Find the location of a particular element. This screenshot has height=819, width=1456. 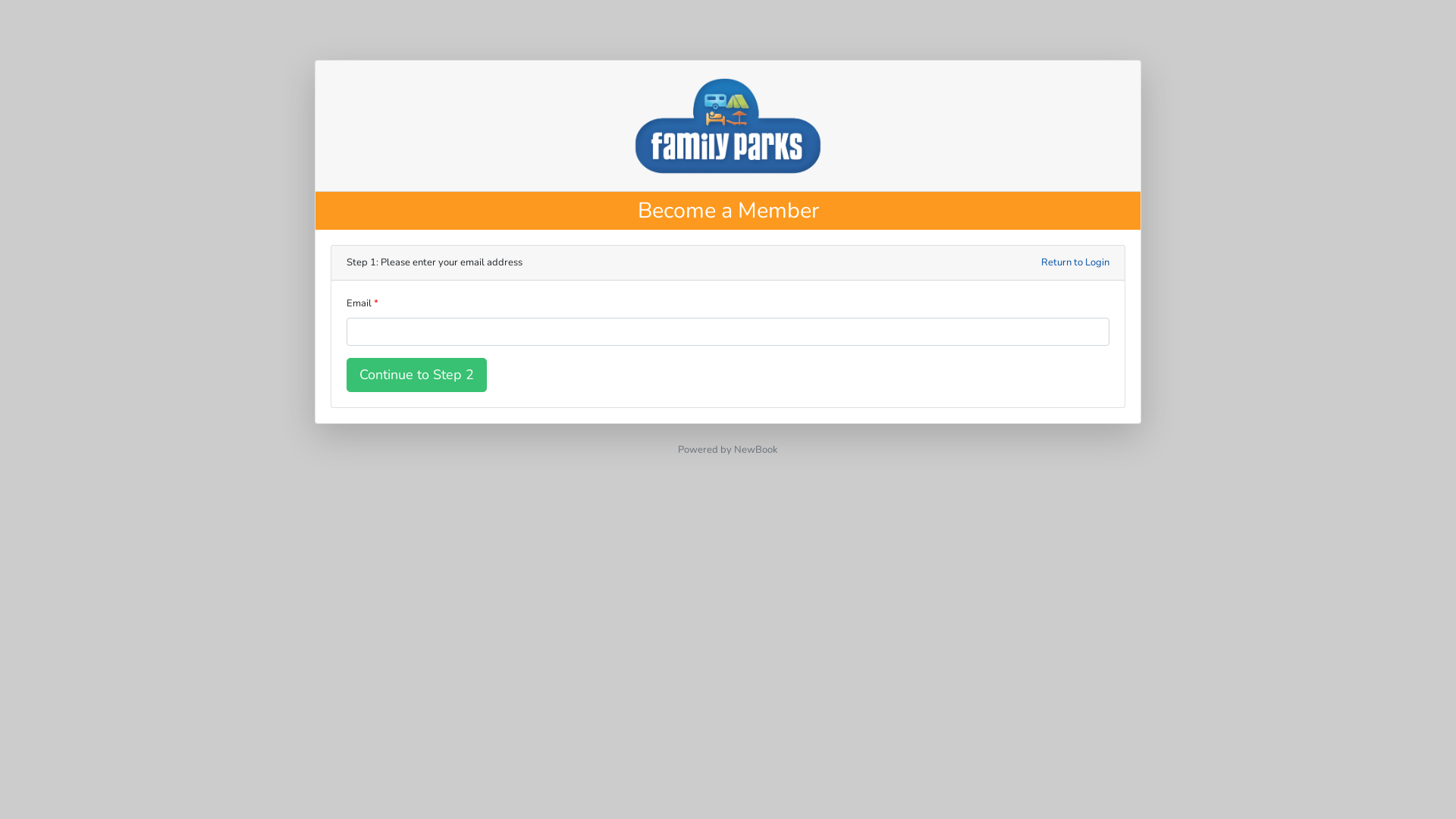

'Return to Login' is located at coordinates (1074, 262).